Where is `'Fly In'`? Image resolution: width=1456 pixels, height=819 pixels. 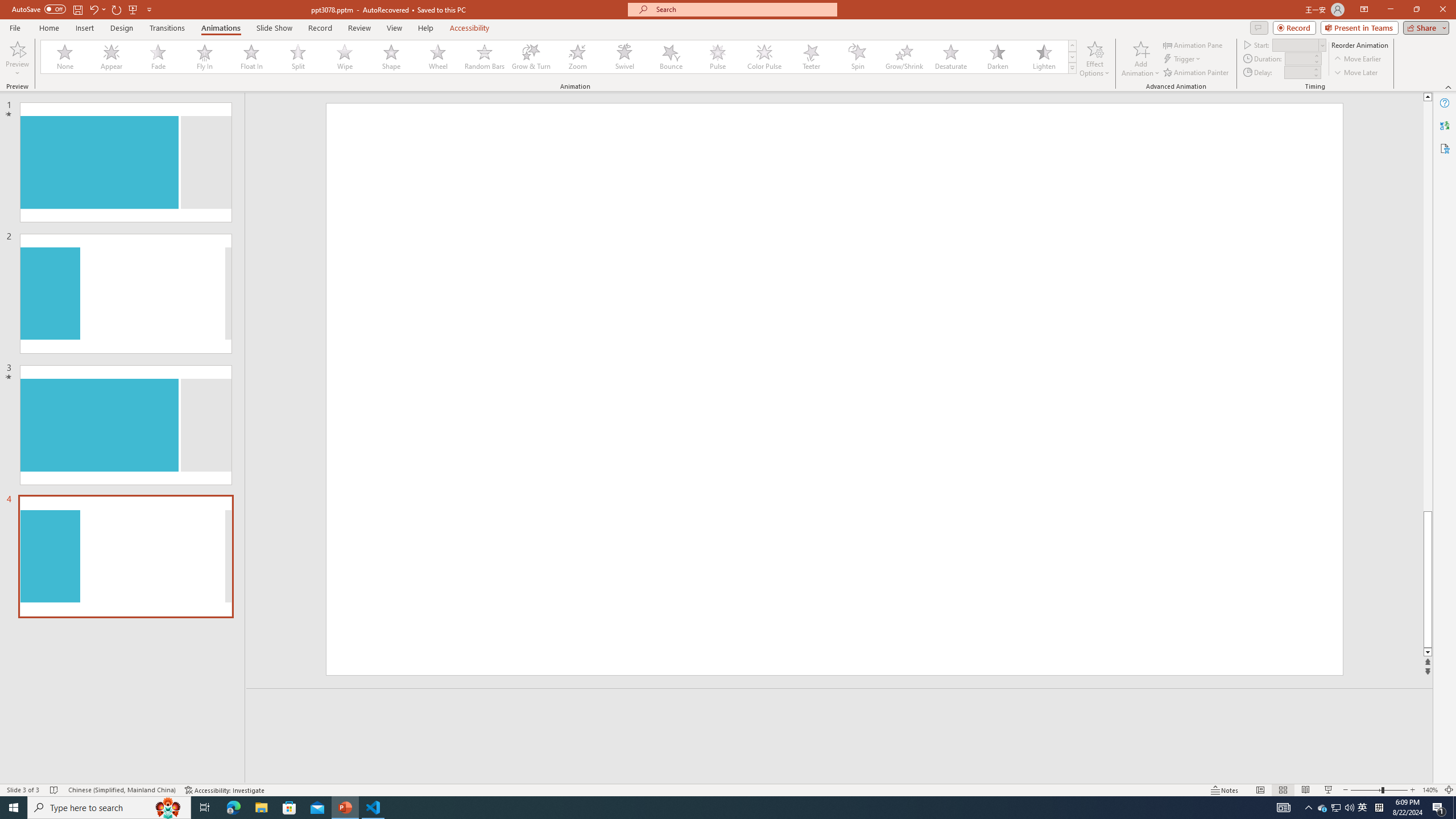 'Fly In' is located at coordinates (204, 56).